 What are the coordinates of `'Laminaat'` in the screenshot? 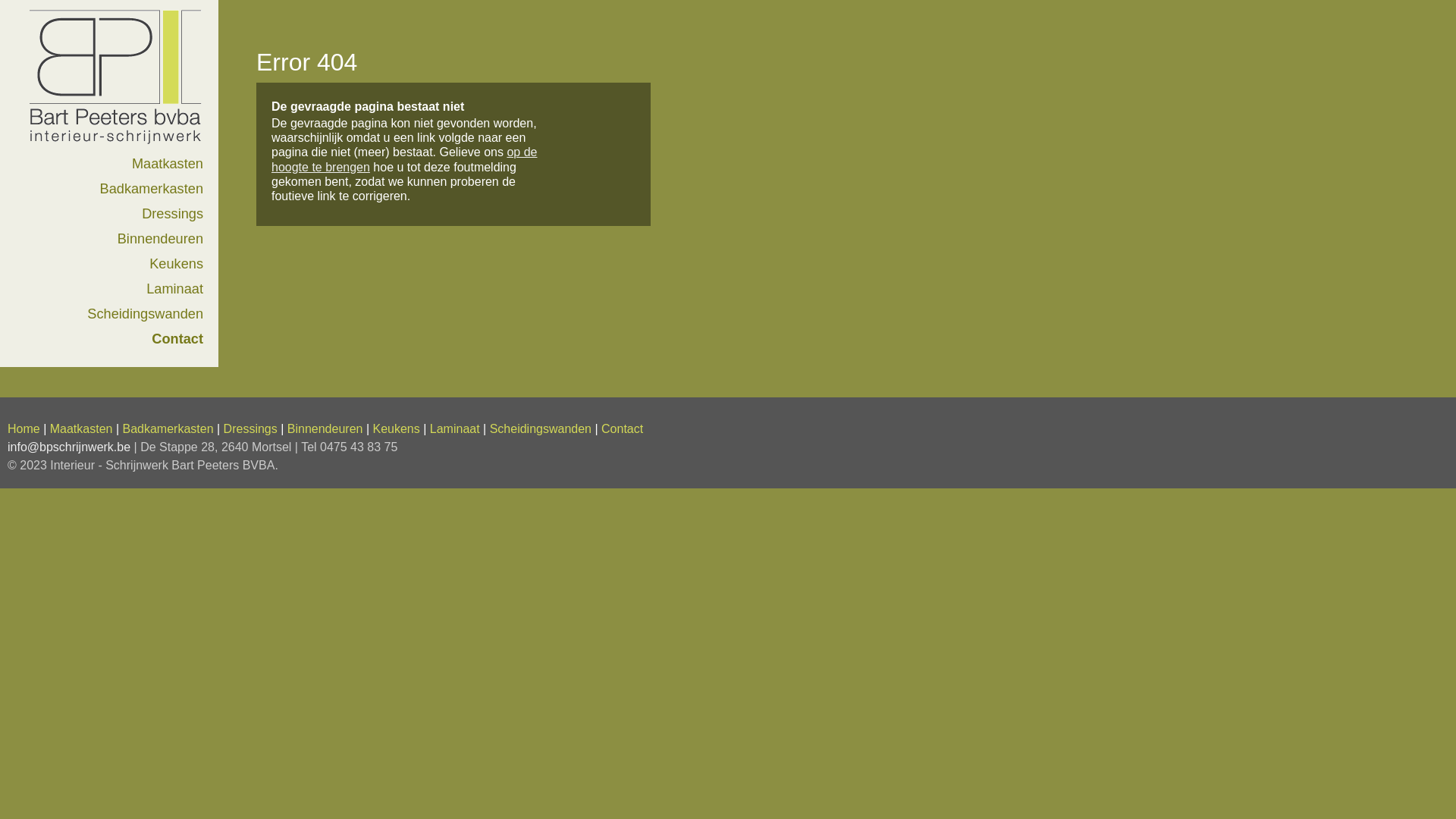 It's located at (454, 428).